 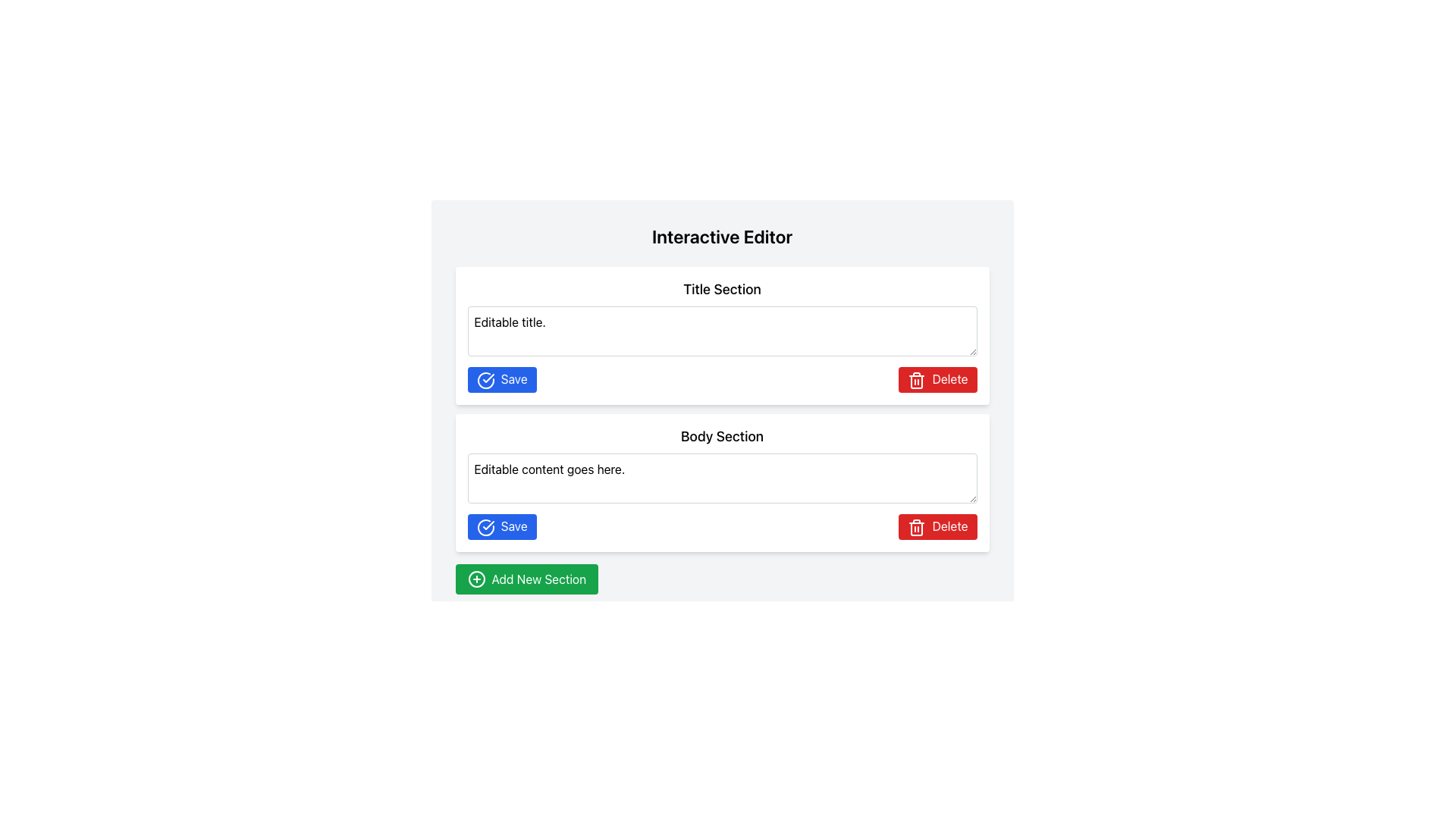 What do you see at coordinates (502, 526) in the screenshot?
I see `the 'Save' button located in the lower part of the interface, to the left of the red 'Delete' button, to confirm and save the changes made in the corresponding section` at bounding box center [502, 526].